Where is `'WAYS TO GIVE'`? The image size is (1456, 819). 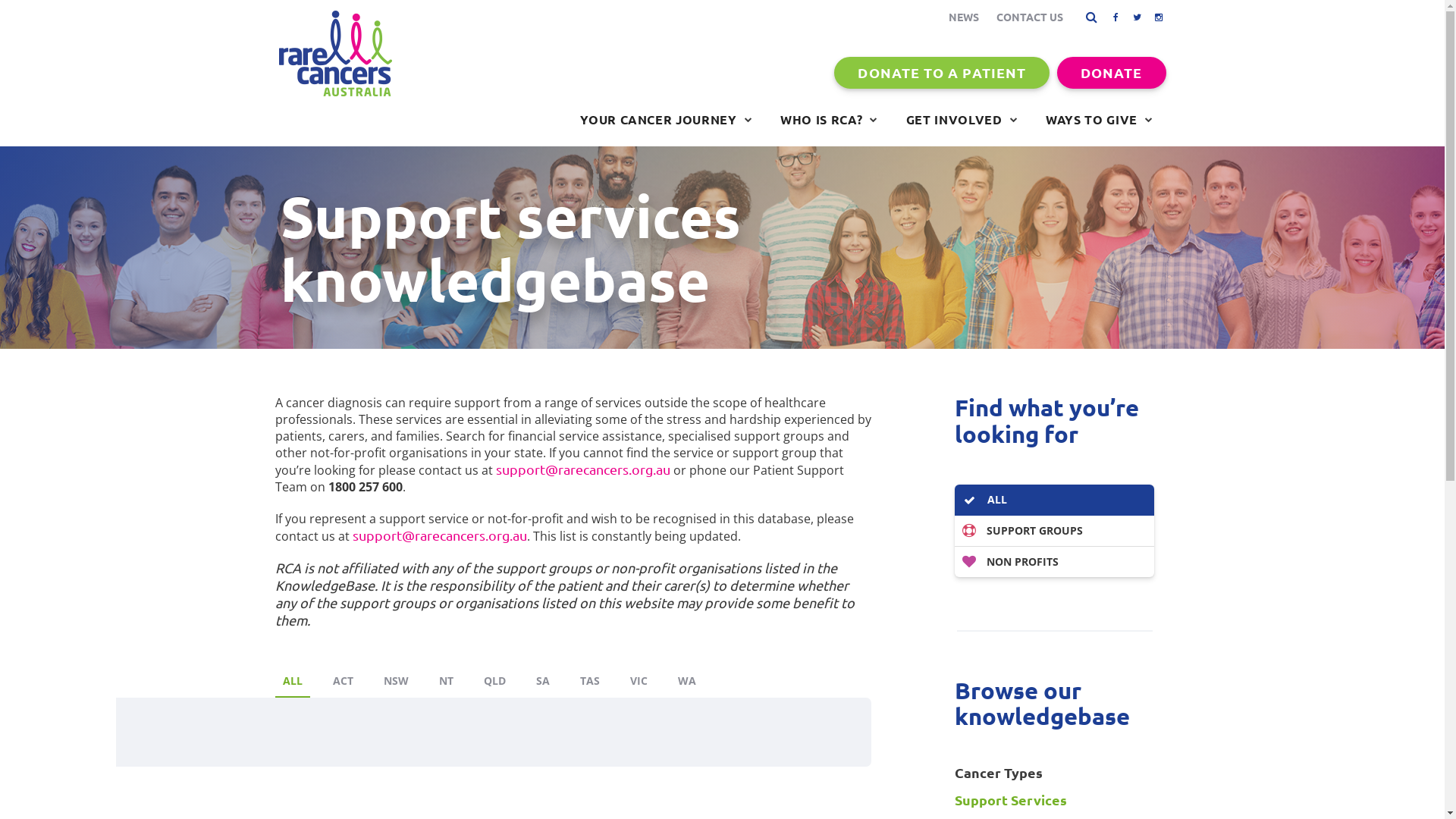
'WAYS TO GIVE' is located at coordinates (1099, 119).